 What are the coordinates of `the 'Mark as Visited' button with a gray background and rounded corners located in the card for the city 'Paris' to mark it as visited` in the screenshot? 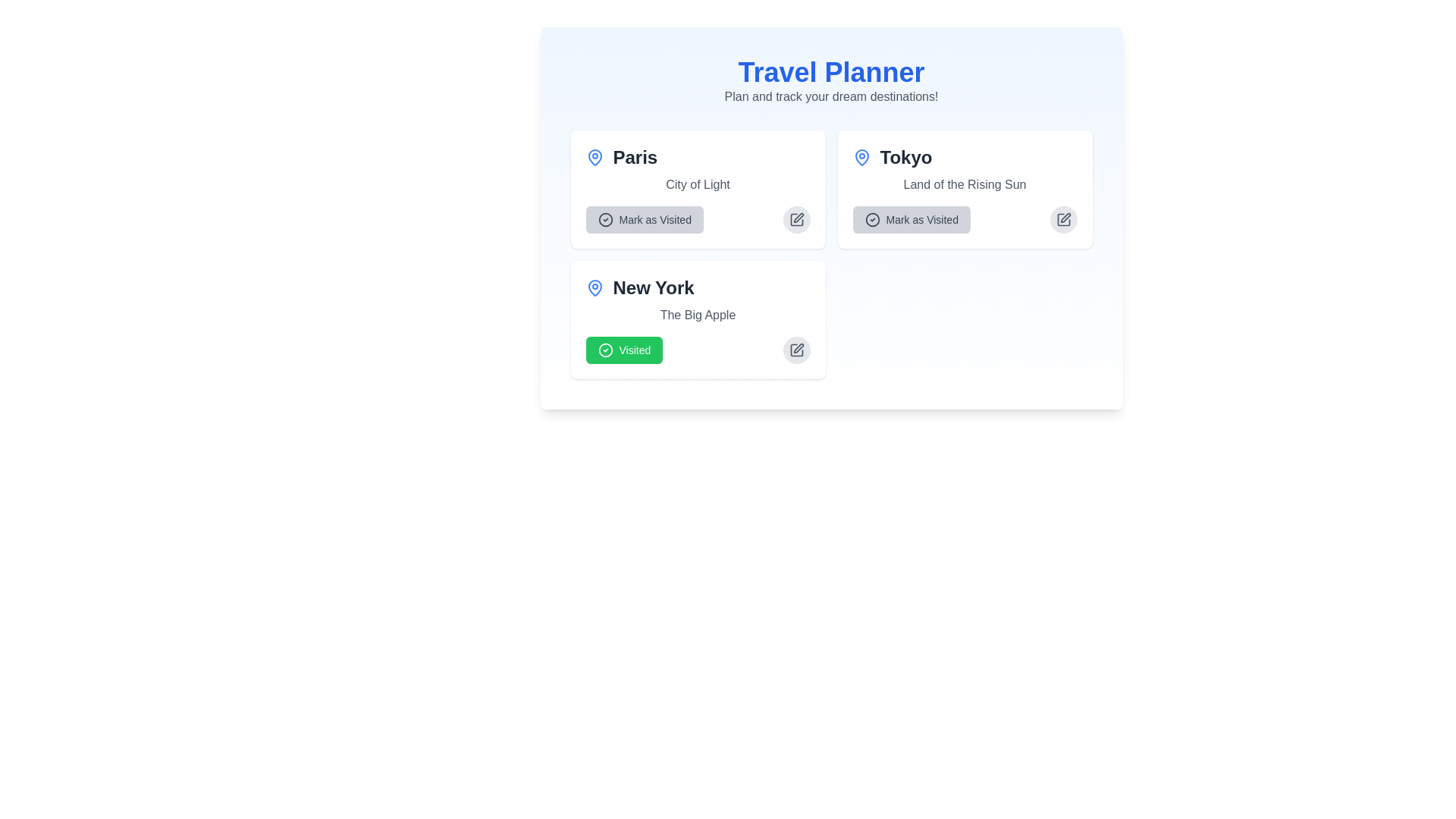 It's located at (645, 219).